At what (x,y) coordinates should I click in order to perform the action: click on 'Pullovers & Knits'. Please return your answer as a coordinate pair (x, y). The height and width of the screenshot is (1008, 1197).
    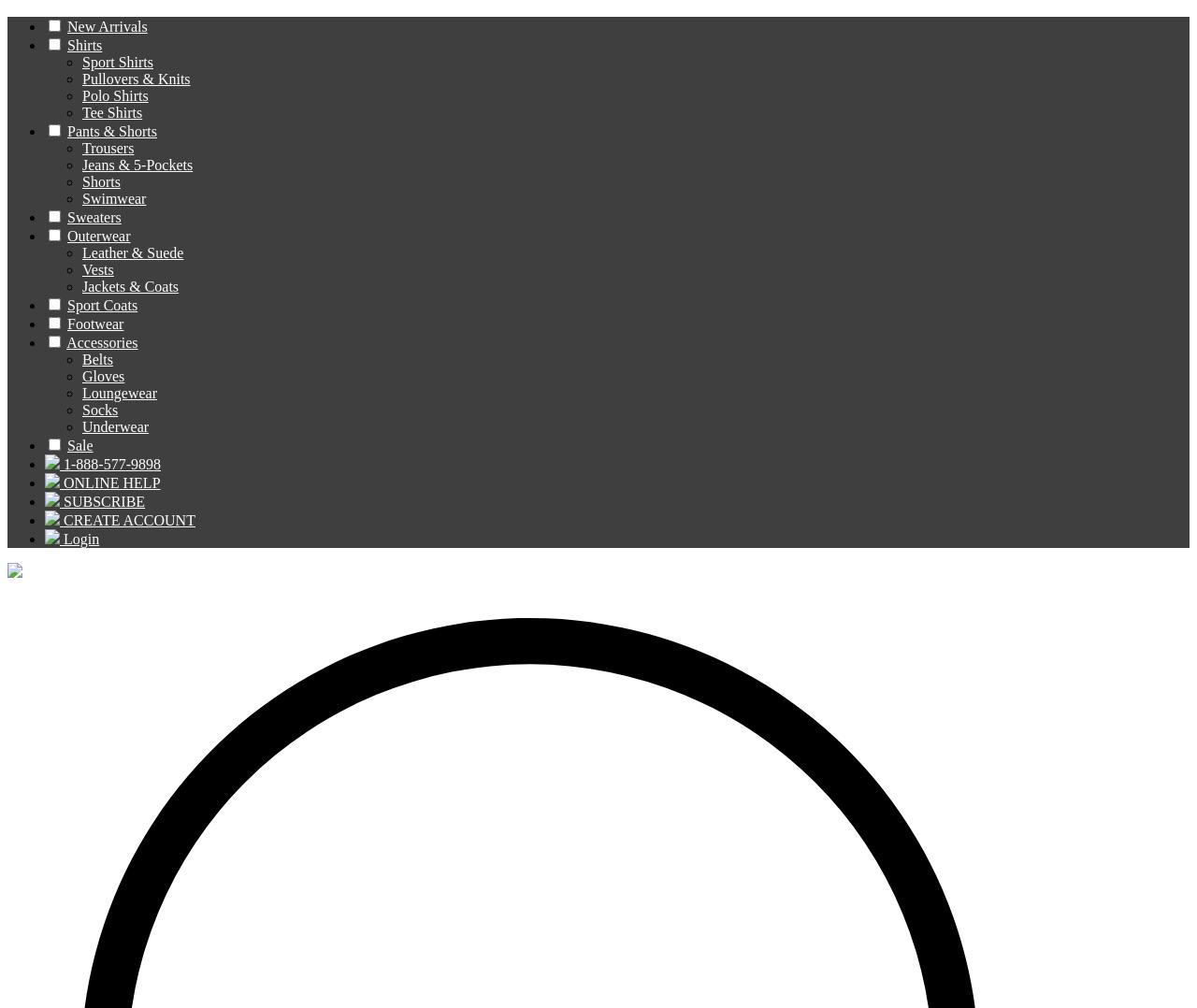
    Looking at the image, I should click on (135, 78).